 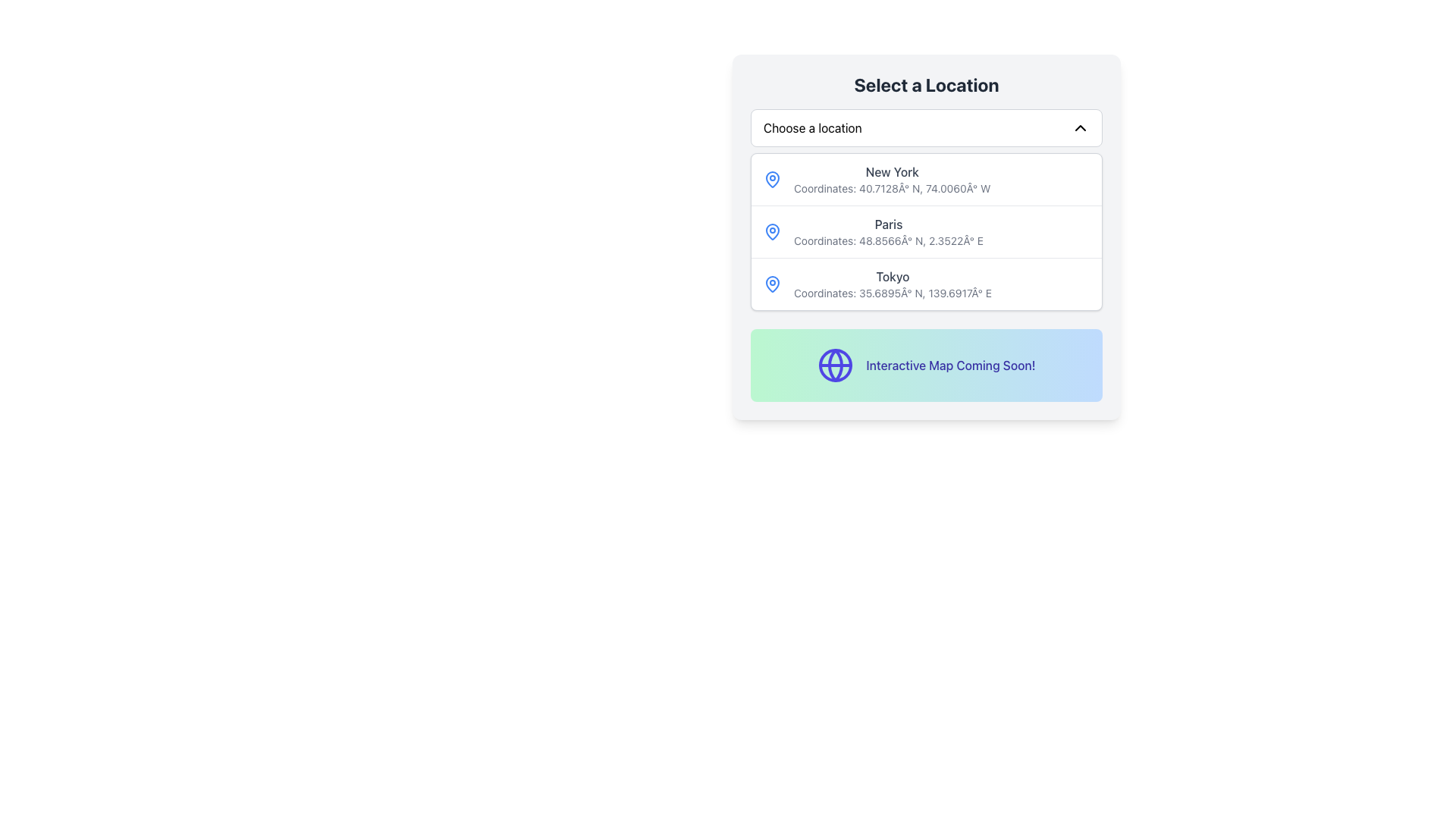 I want to click on the 'New York' text label, which serves as an identifier for location selection in the upper-central section of the location list, so click(x=892, y=171).